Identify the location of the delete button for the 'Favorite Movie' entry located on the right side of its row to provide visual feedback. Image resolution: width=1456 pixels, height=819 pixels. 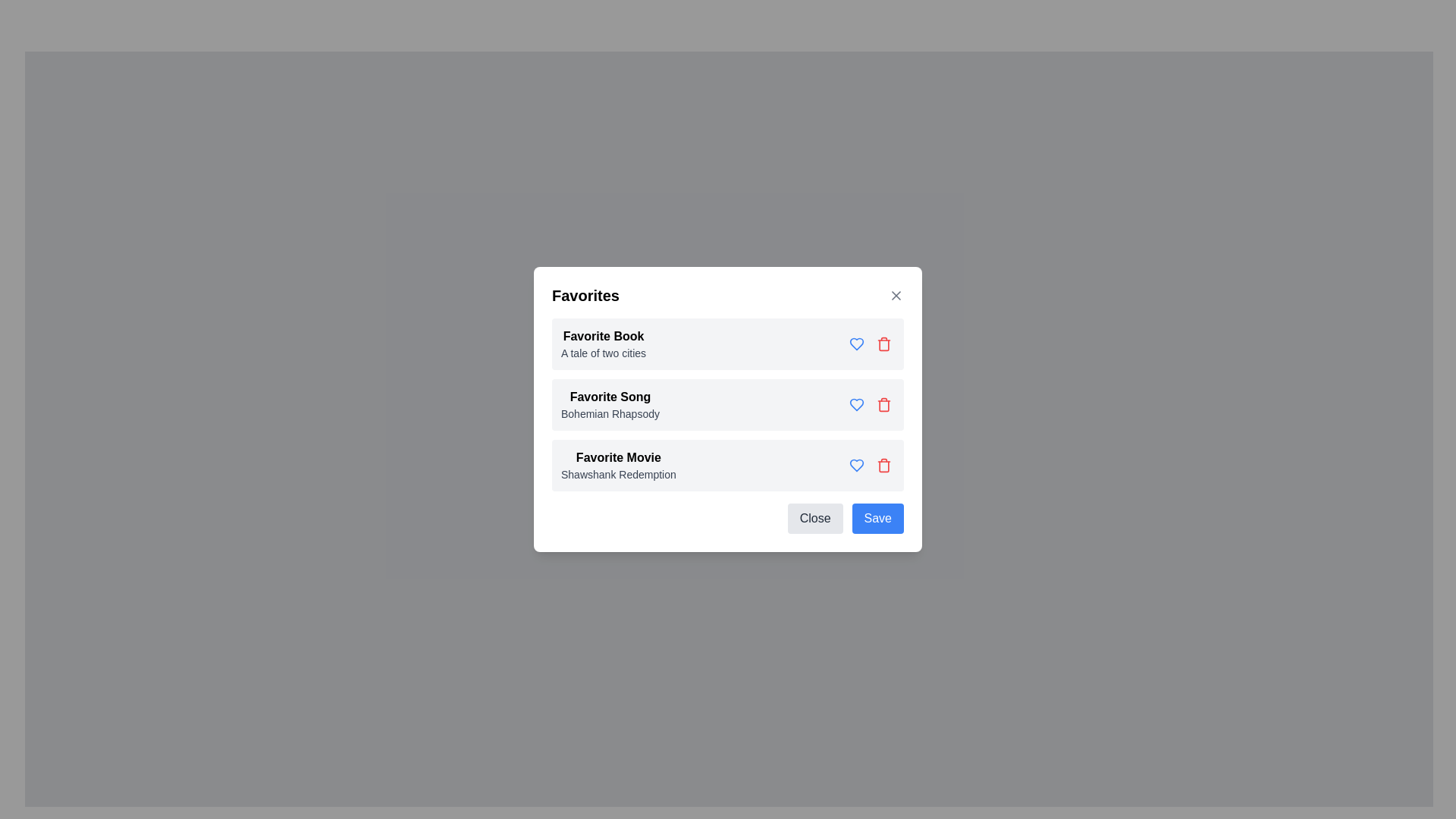
(884, 464).